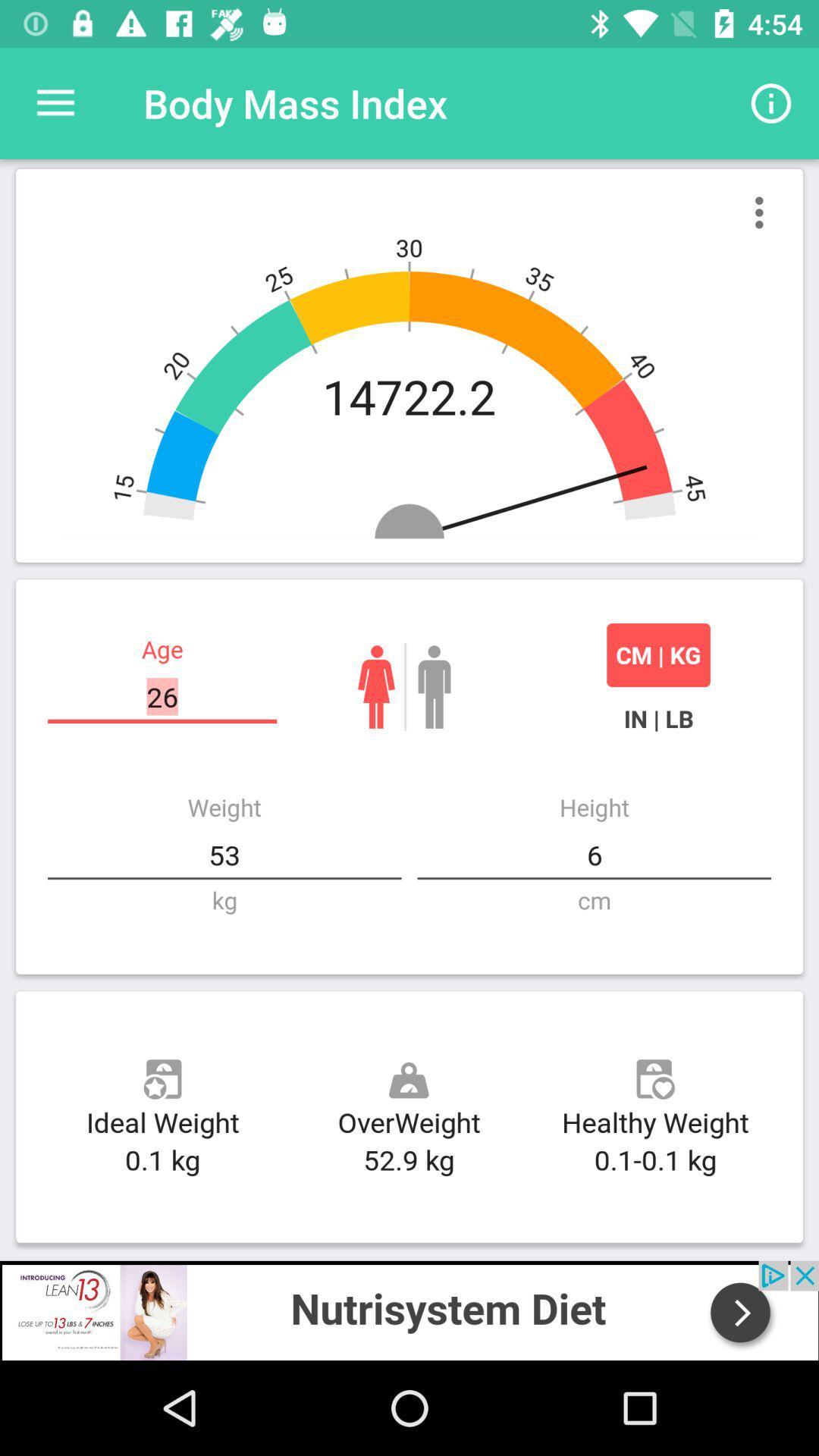  What do you see at coordinates (409, 1310) in the screenshot?
I see `open advertisement` at bounding box center [409, 1310].